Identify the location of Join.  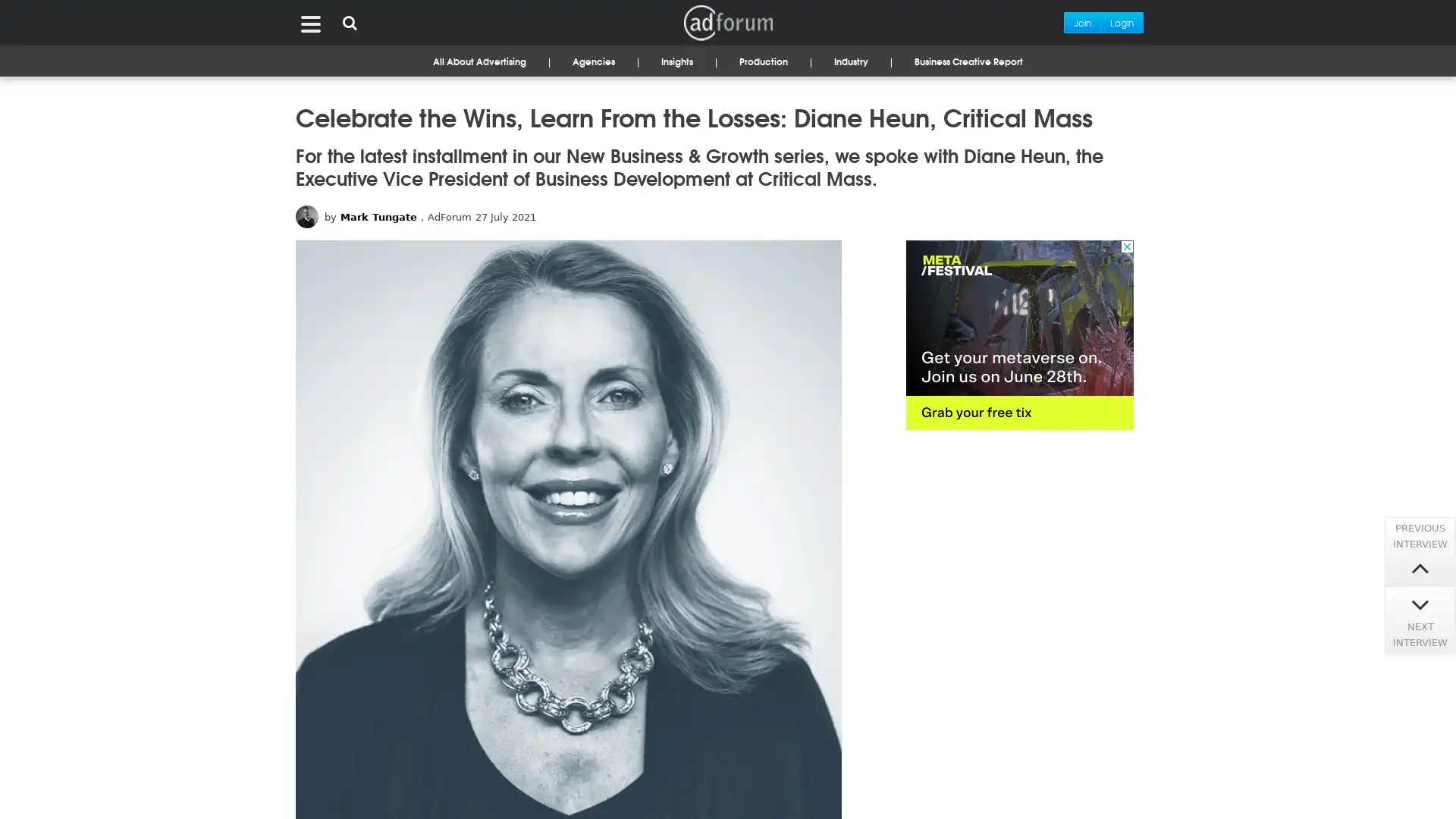
(1081, 23).